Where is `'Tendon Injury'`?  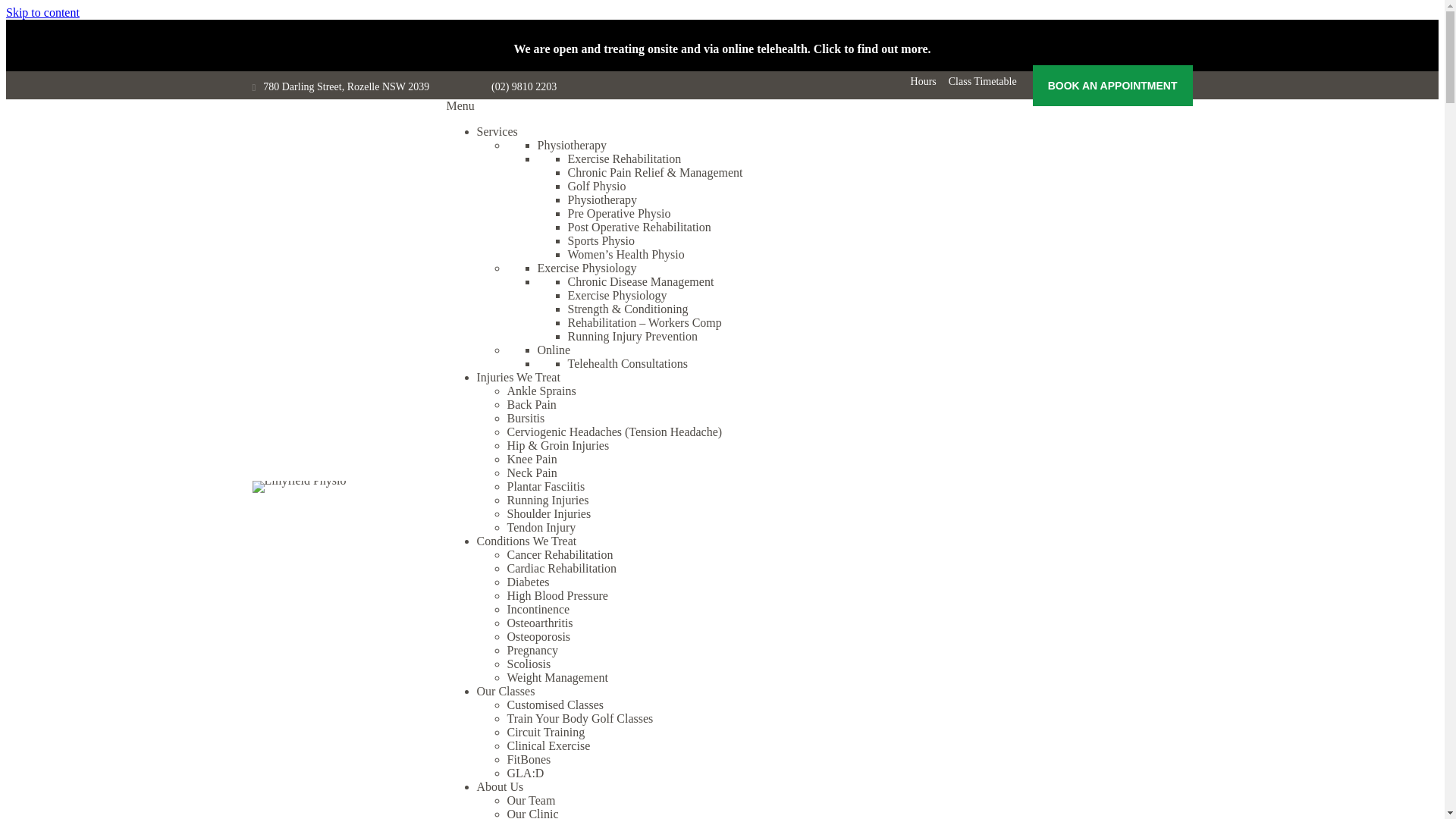 'Tendon Injury' is located at coordinates (541, 526).